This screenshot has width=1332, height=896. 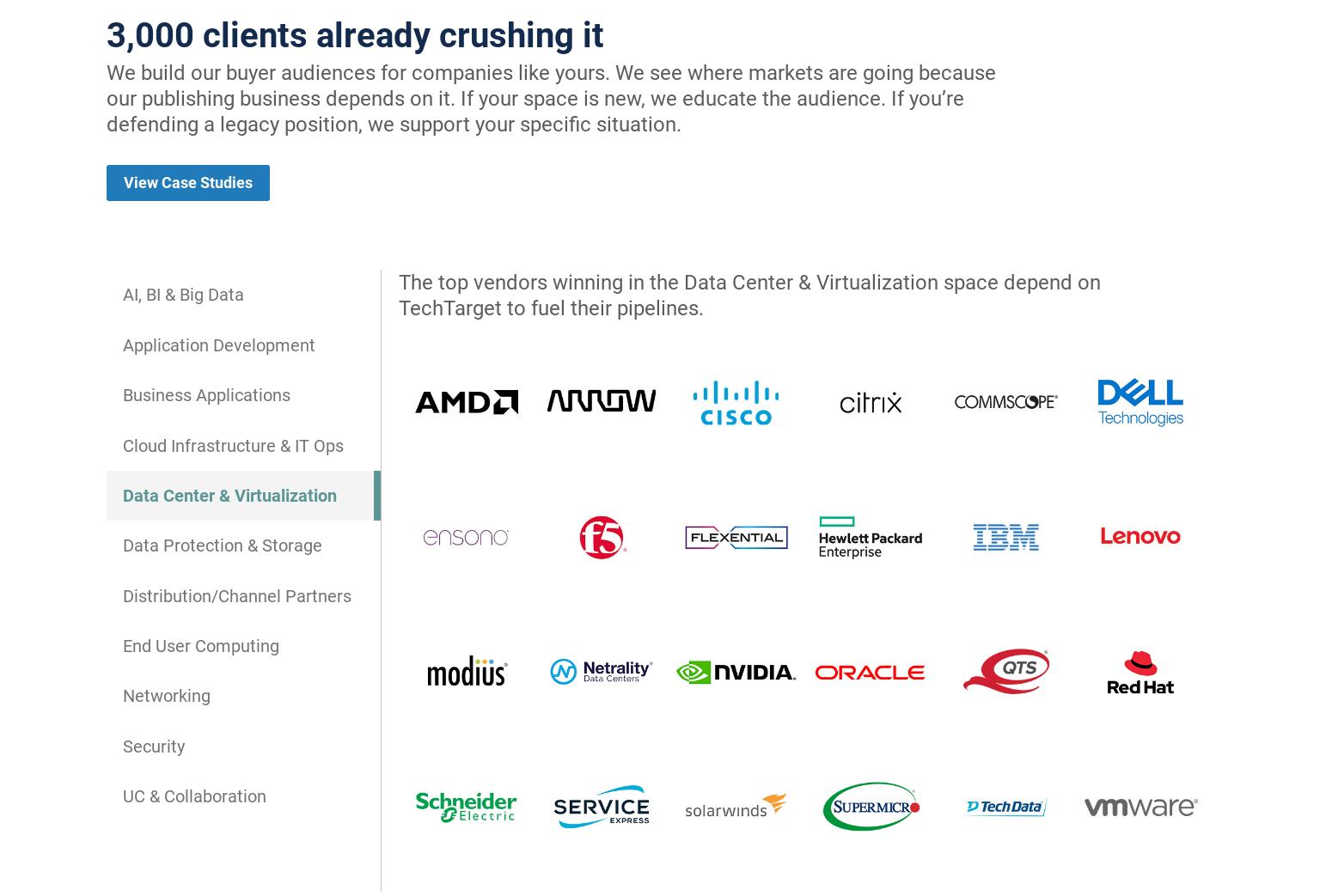 I want to click on 'Cloud Infrastructure & IT Ops', so click(x=233, y=443).